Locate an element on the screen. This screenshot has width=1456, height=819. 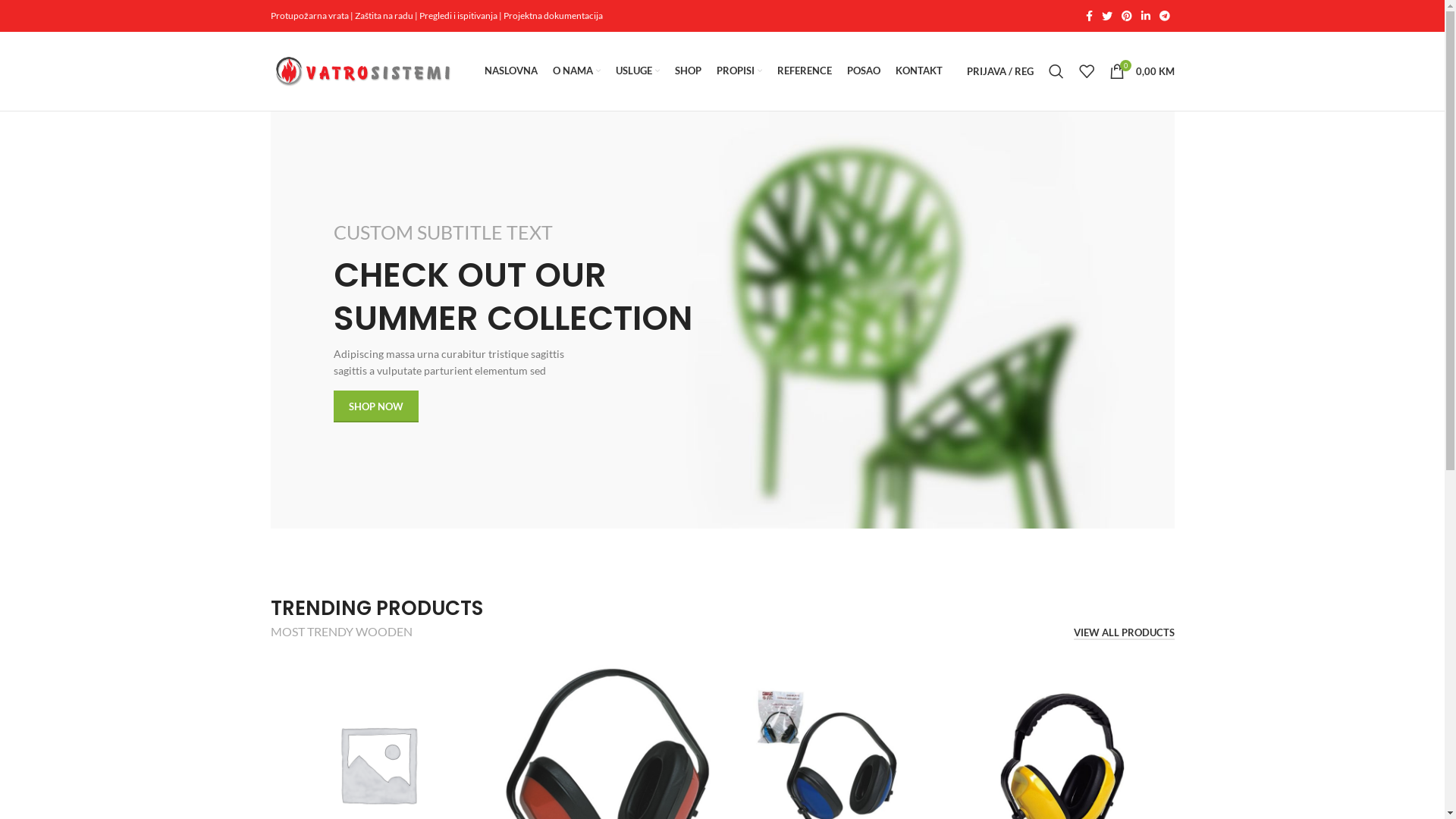
'Search' is located at coordinates (1055, 71).